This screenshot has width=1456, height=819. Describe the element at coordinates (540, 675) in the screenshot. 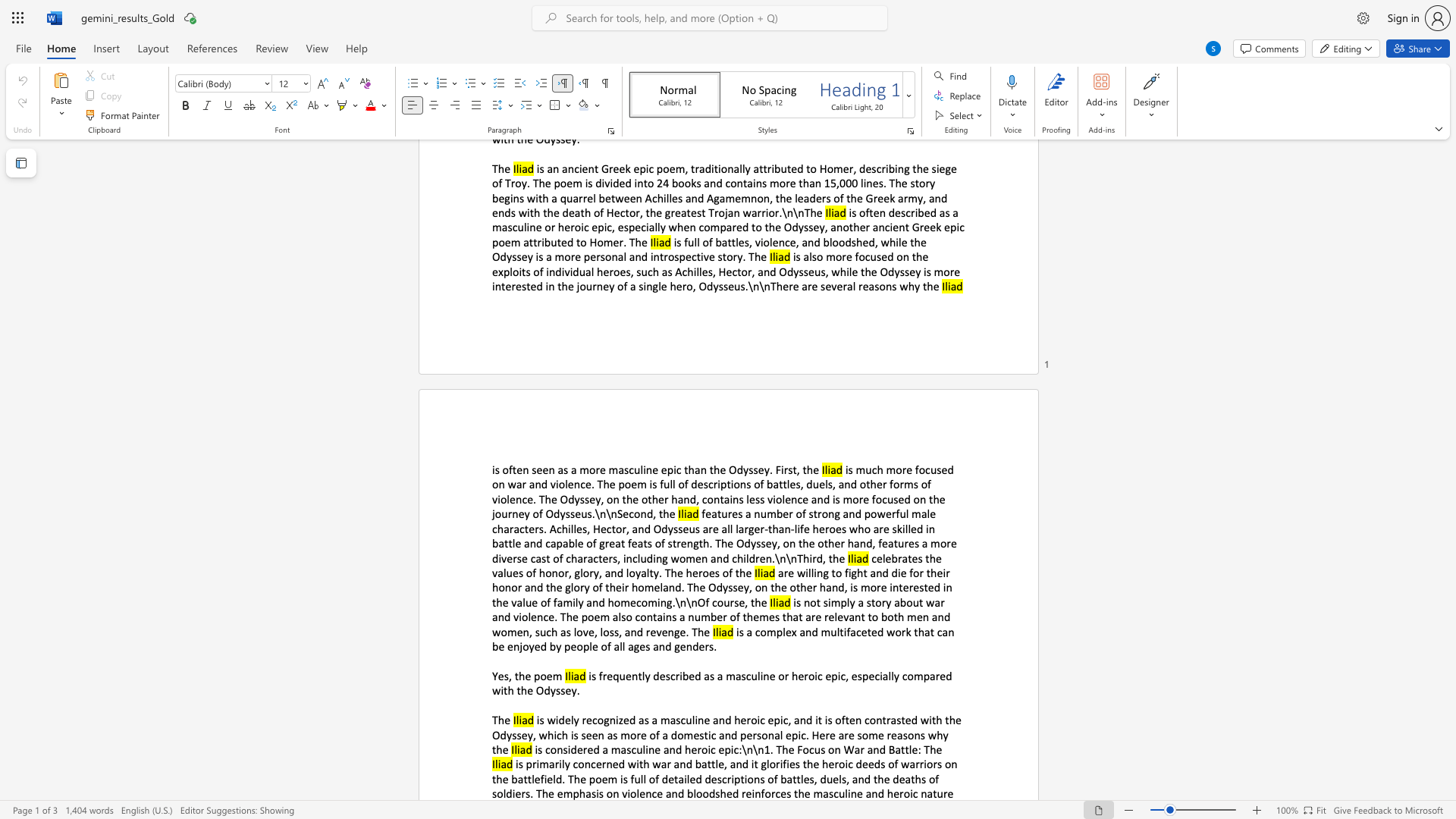

I see `the subset text "oem" within the text "Yes, the poem"` at that location.